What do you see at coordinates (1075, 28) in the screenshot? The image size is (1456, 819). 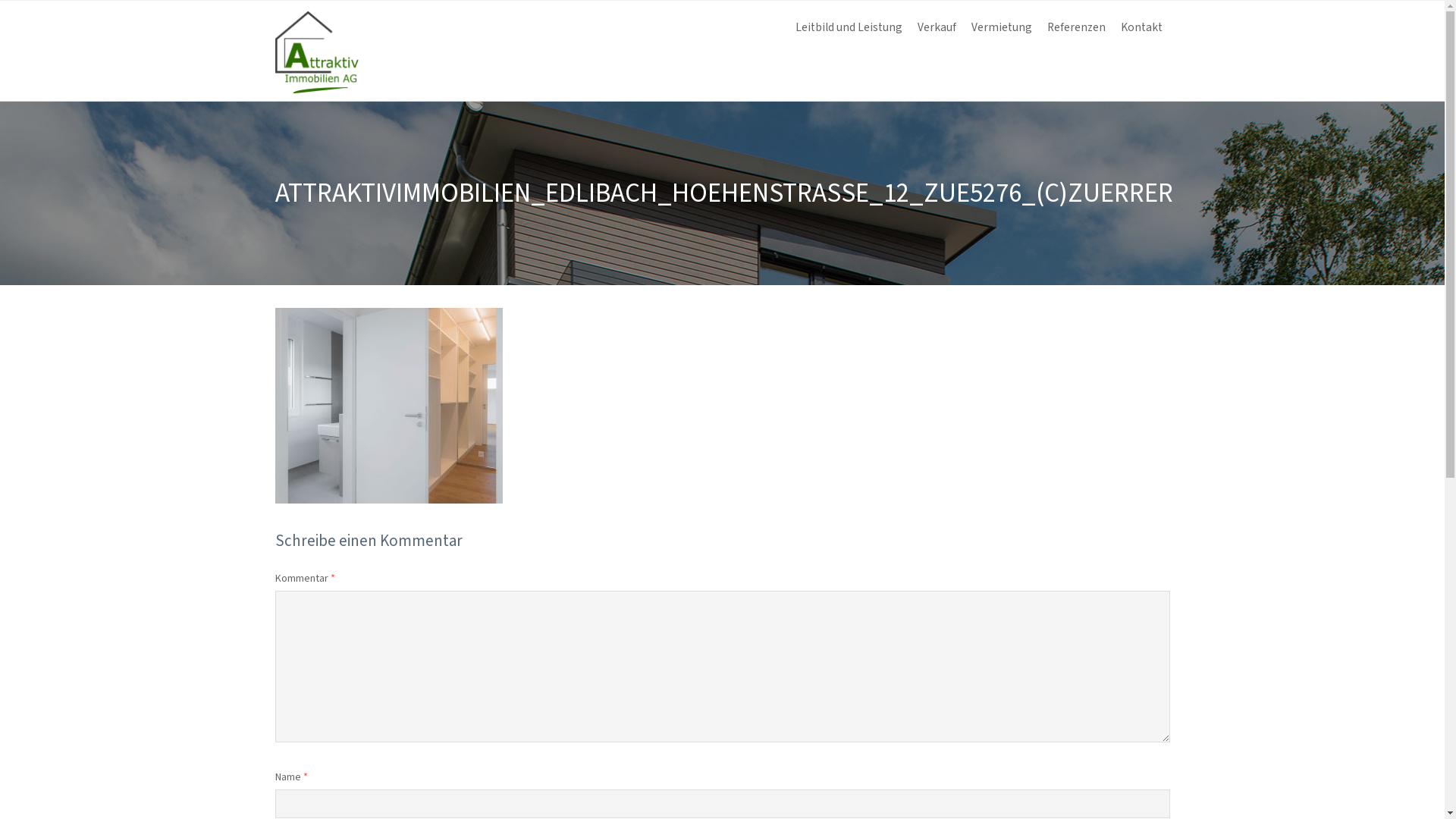 I see `'Referenzen'` at bounding box center [1075, 28].